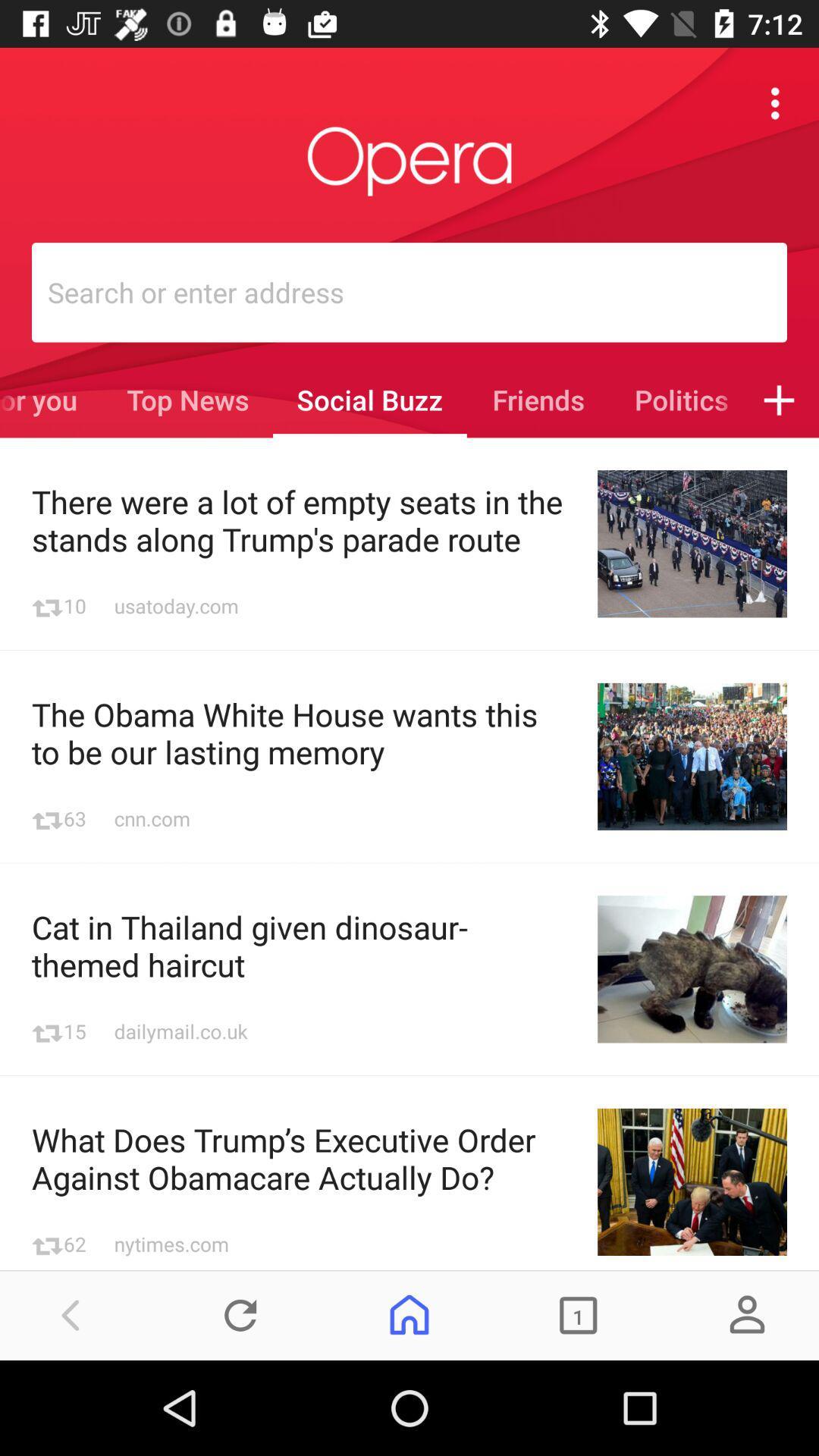 The height and width of the screenshot is (1456, 819). What do you see at coordinates (71, 1314) in the screenshot?
I see `the arrow_backward icon` at bounding box center [71, 1314].